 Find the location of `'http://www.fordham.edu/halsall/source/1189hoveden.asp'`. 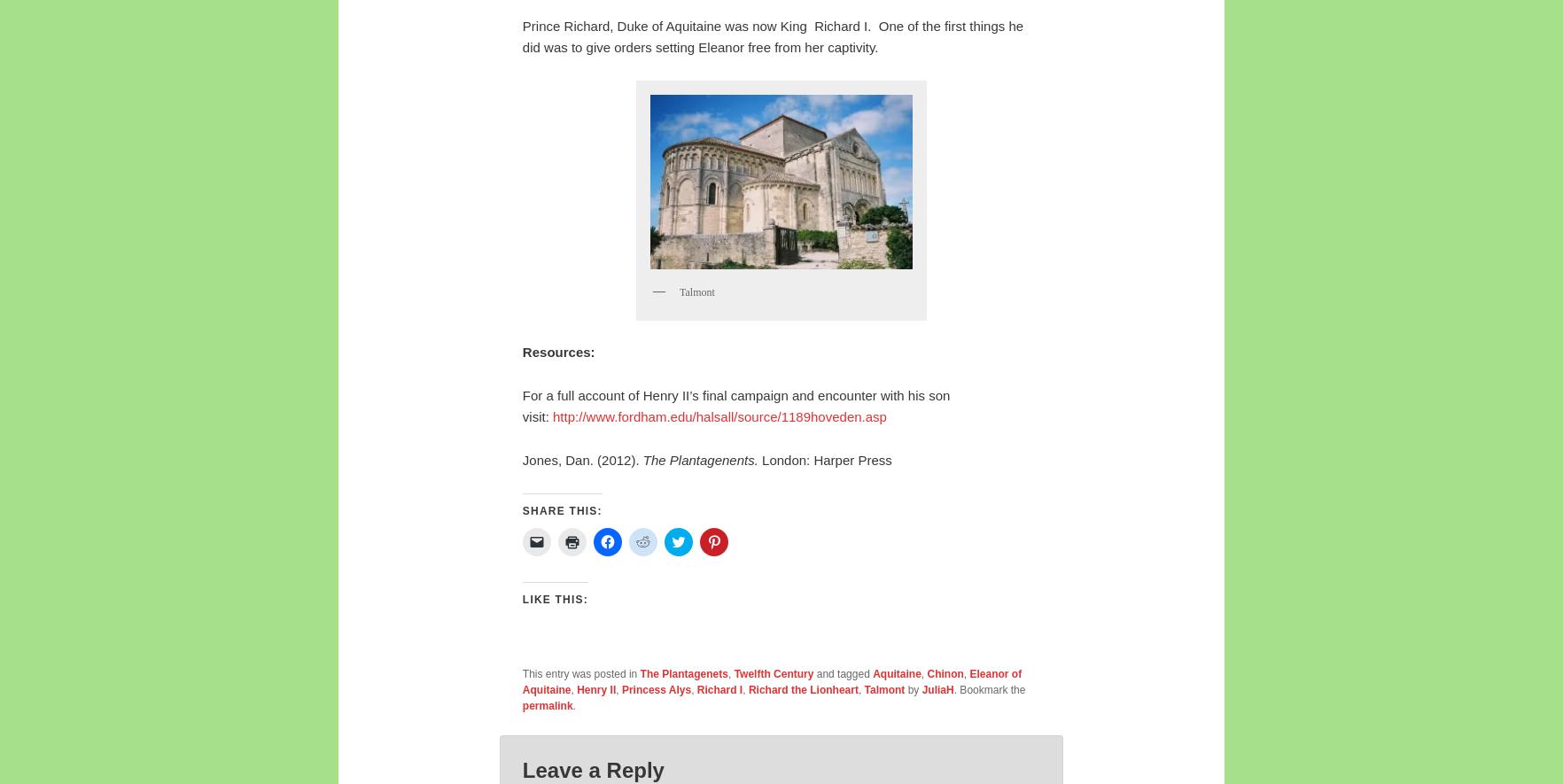

'http://www.fordham.edu/halsall/source/1189hoveden.asp' is located at coordinates (719, 415).